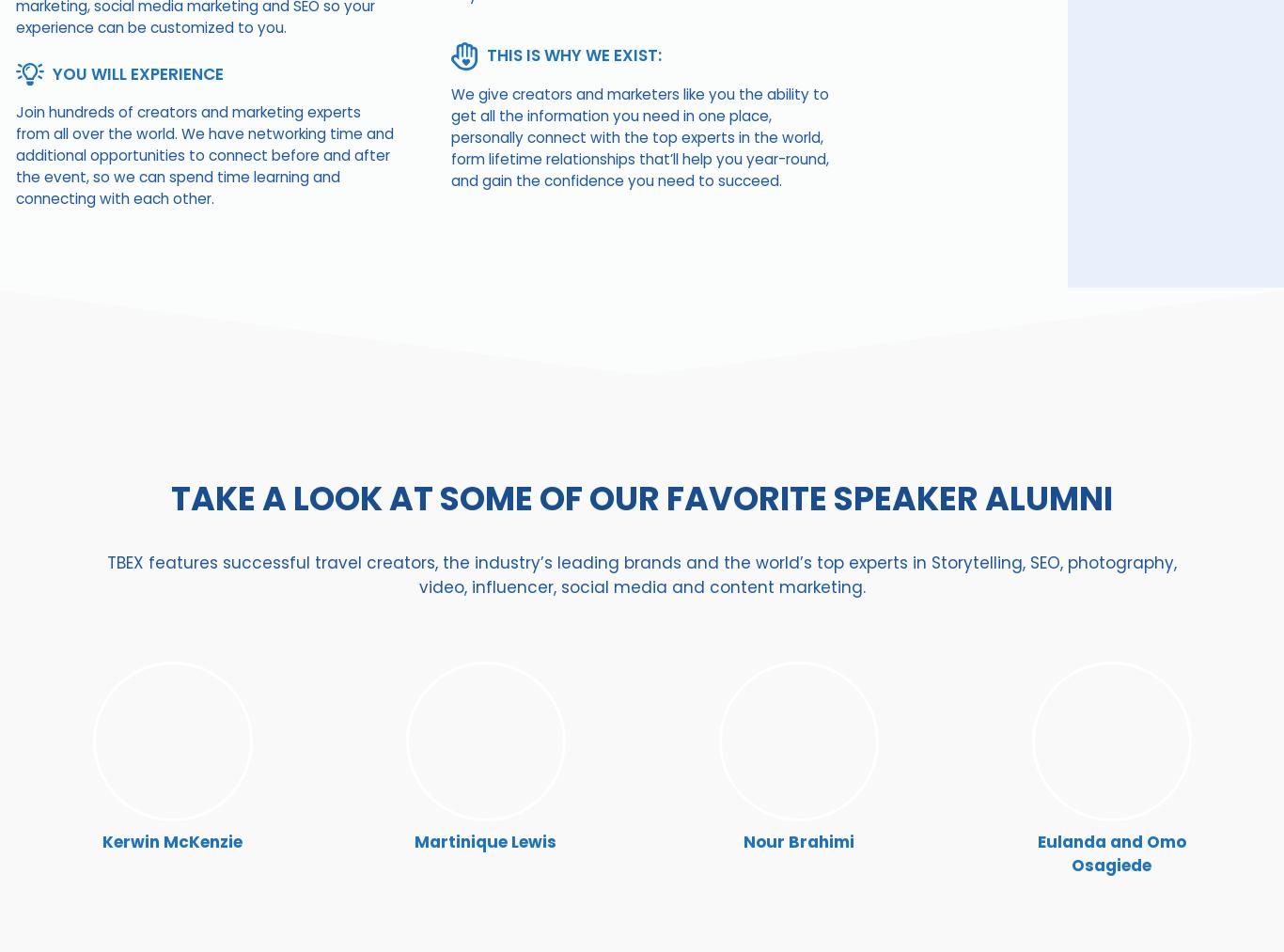 Image resolution: width=1284 pixels, height=952 pixels. I want to click on 'This is why we exist:', so click(573, 54).